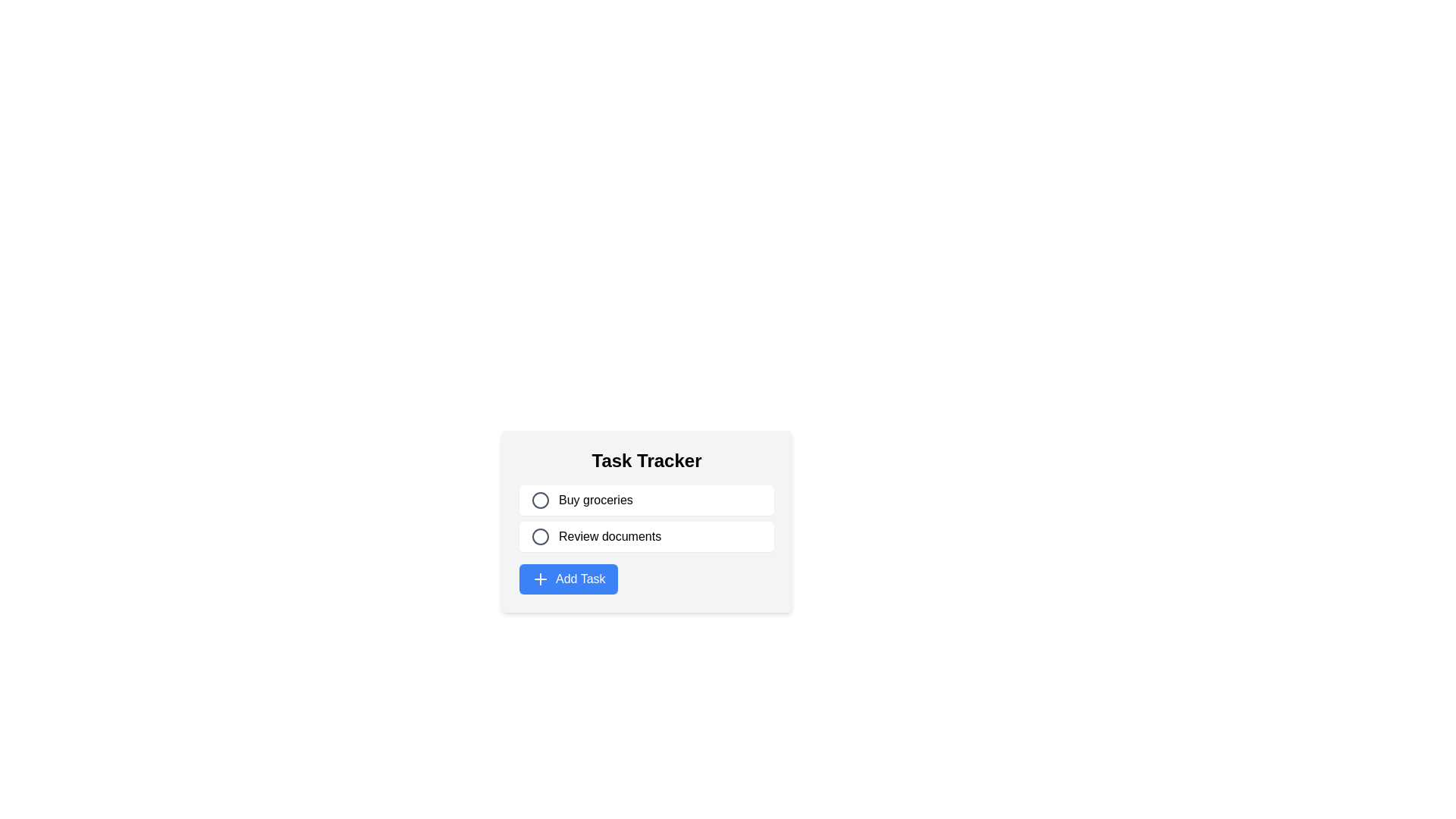 The image size is (1456, 819). What do you see at coordinates (647, 460) in the screenshot?
I see `the heading element displaying 'Task Tracker' which is prominently styled with a large, bold font at the top of a card-like section` at bounding box center [647, 460].